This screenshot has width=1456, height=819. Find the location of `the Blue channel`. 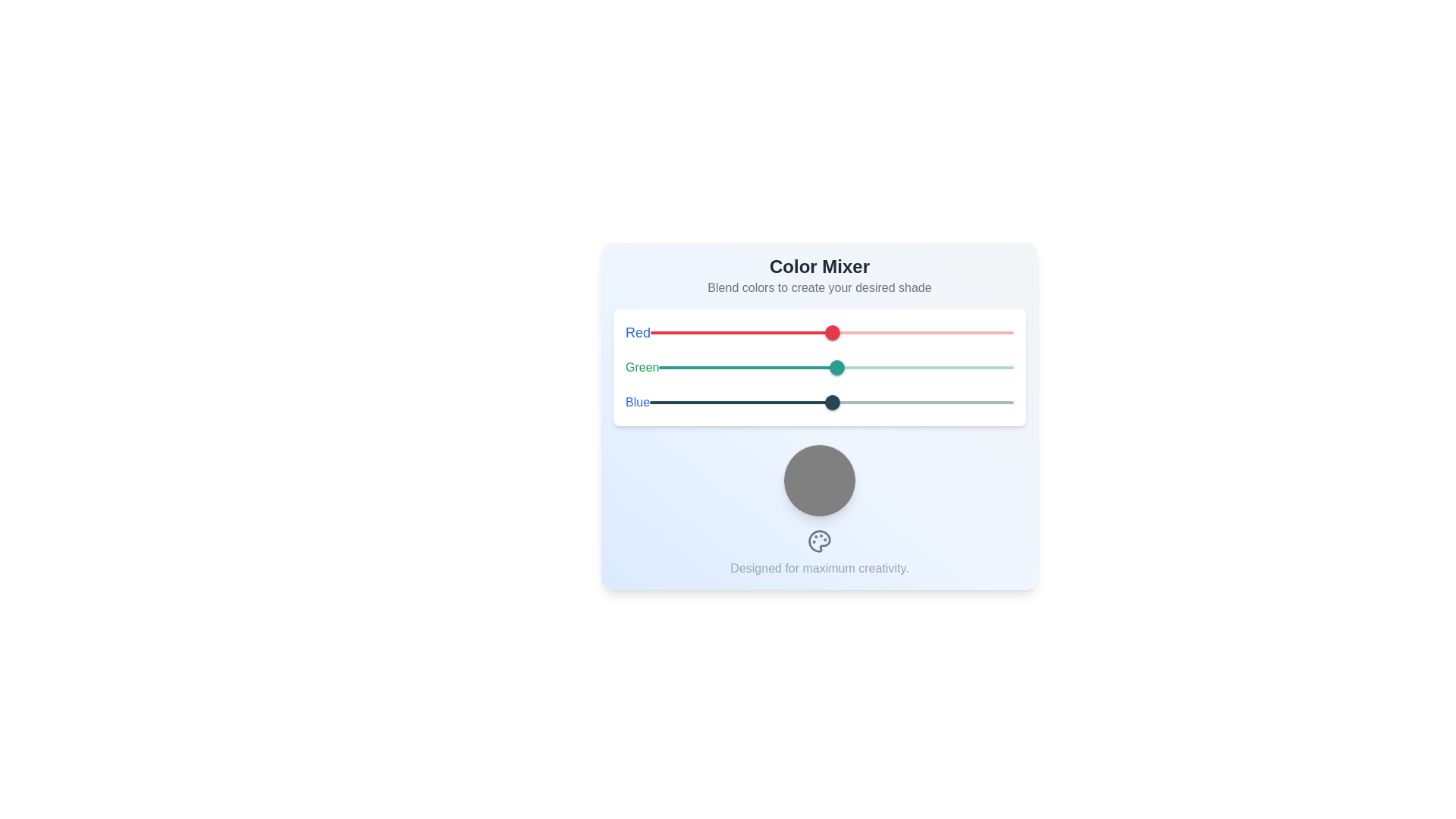

the Blue channel is located at coordinates (949, 402).